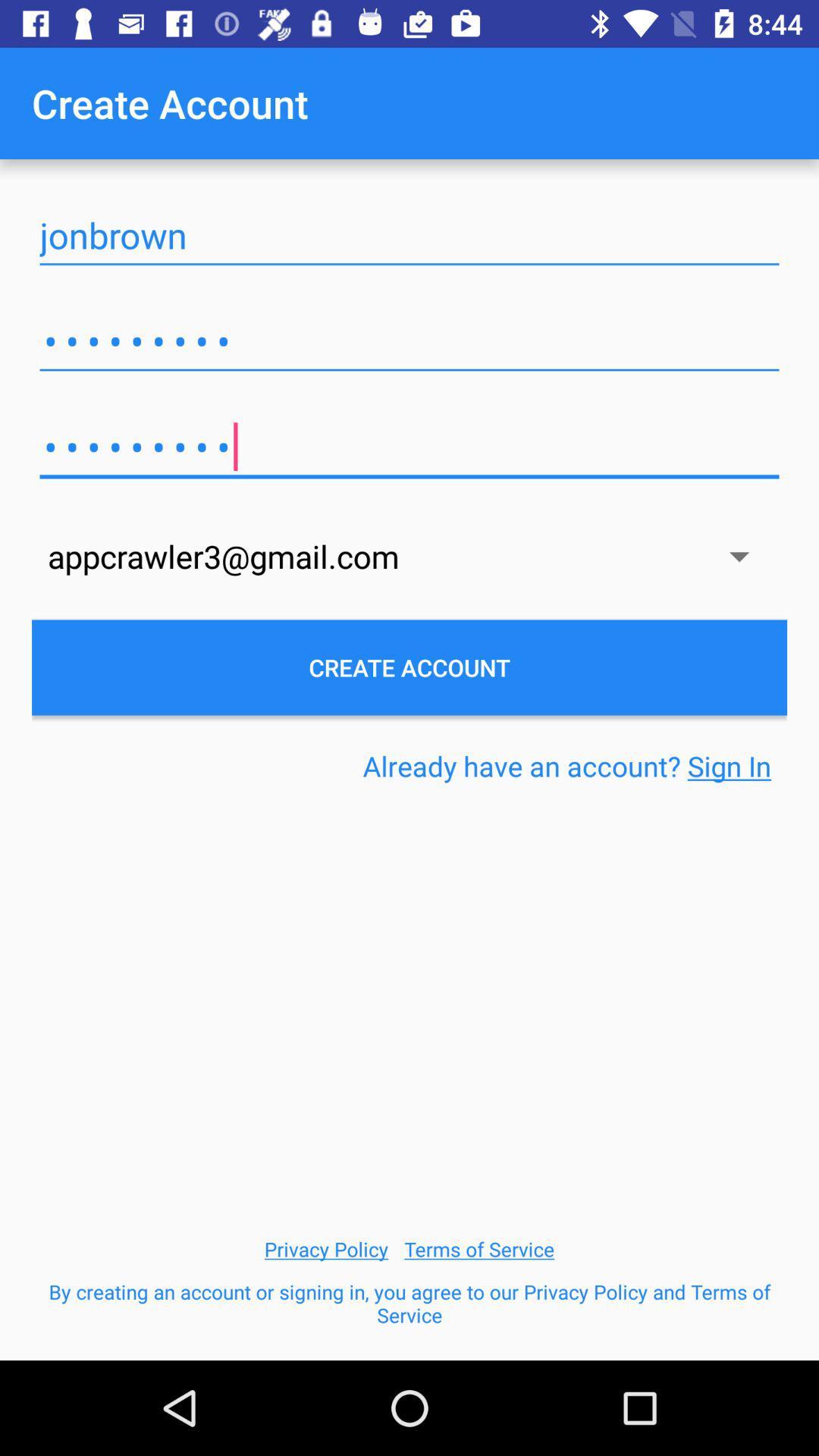 The image size is (819, 1456). I want to click on item below create account icon, so click(409, 235).